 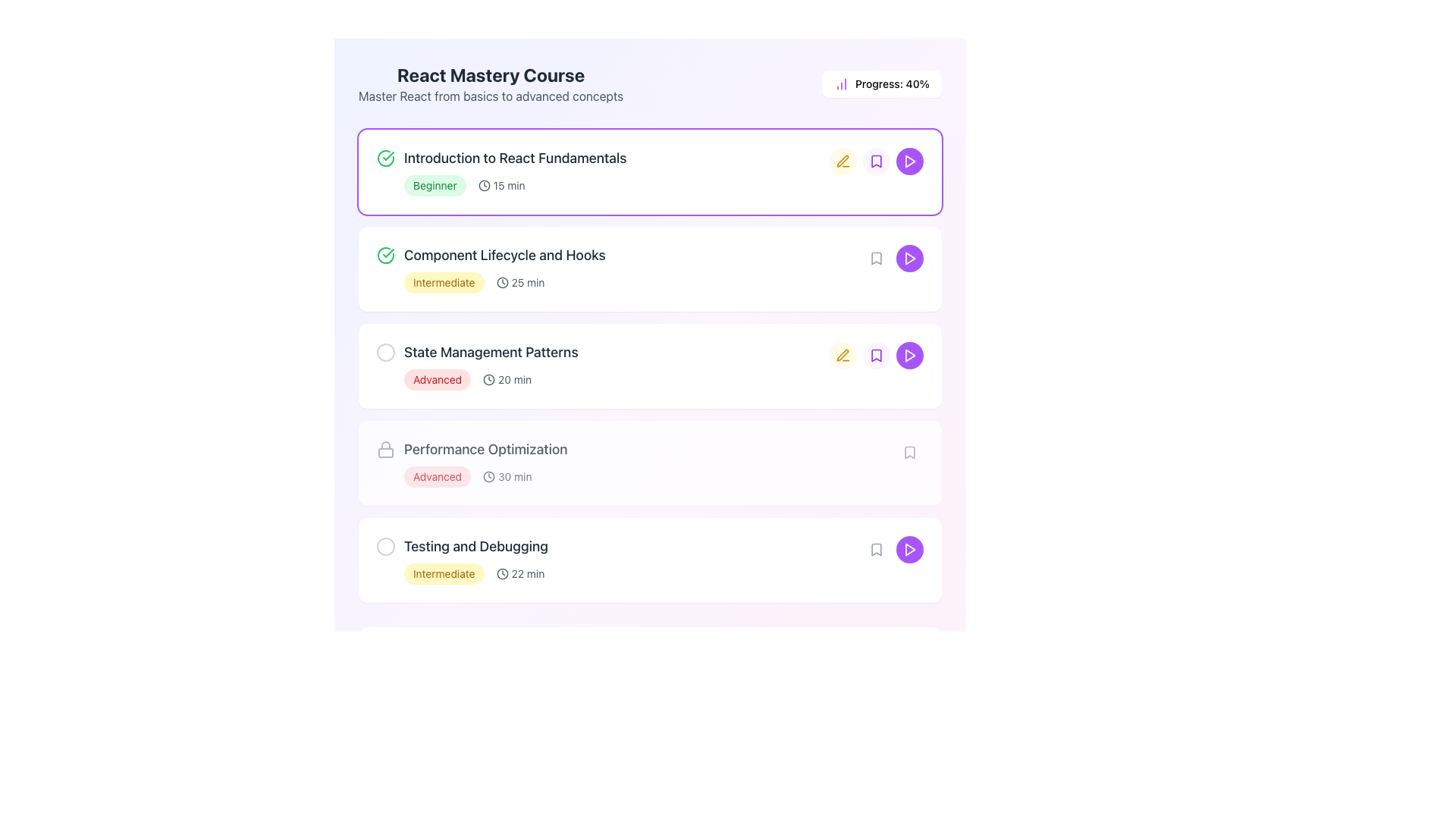 What do you see at coordinates (528, 283) in the screenshot?
I see `the text label displaying '25 min', which is styled in small-sized font and located to the right of a clock icon, indicating the duration of the 'Component Lifecycle and Hooks' course module` at bounding box center [528, 283].